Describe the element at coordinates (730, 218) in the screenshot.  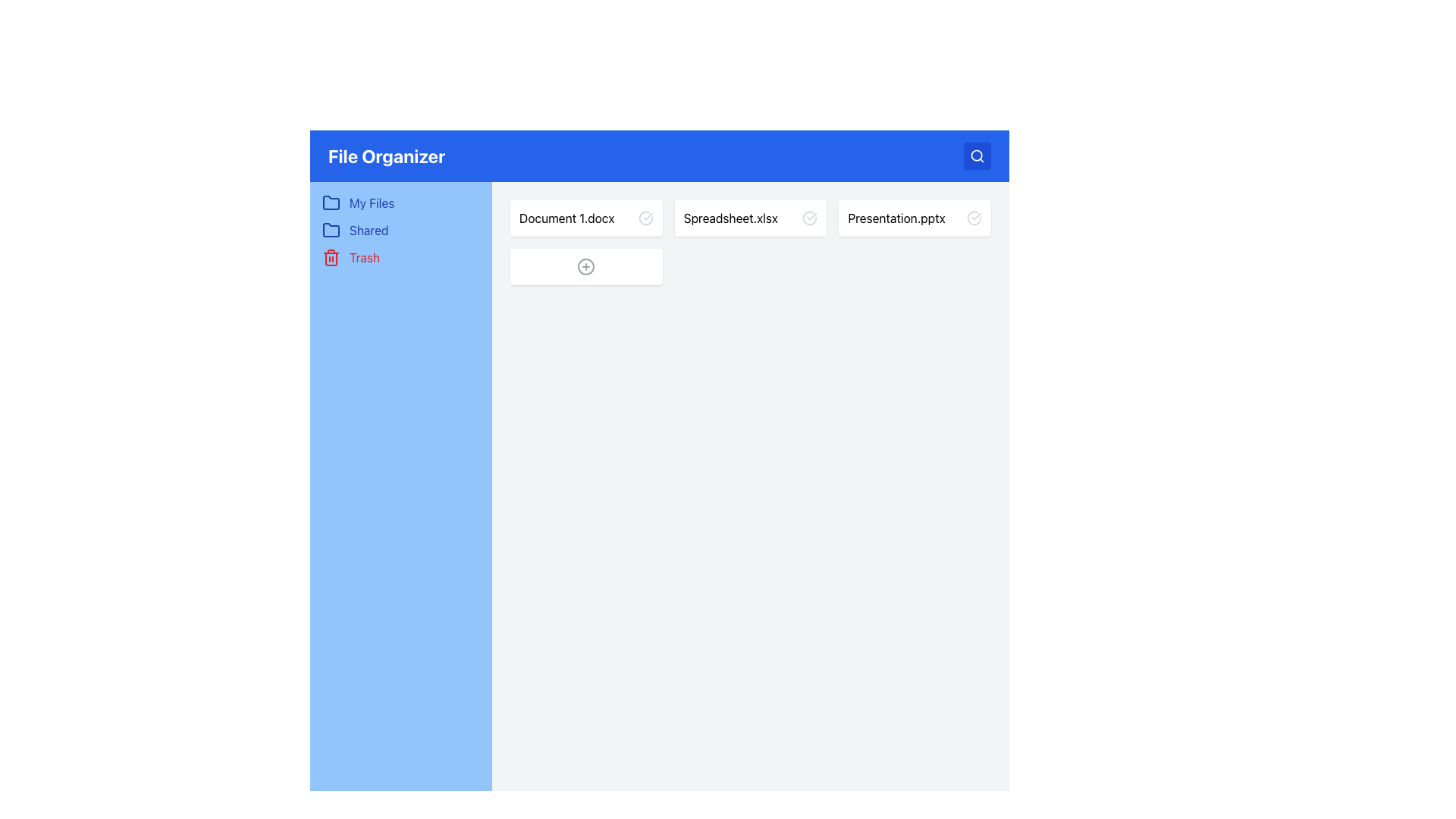
I see `the text label displaying 'Spreadsheet.xlsx'` at that location.